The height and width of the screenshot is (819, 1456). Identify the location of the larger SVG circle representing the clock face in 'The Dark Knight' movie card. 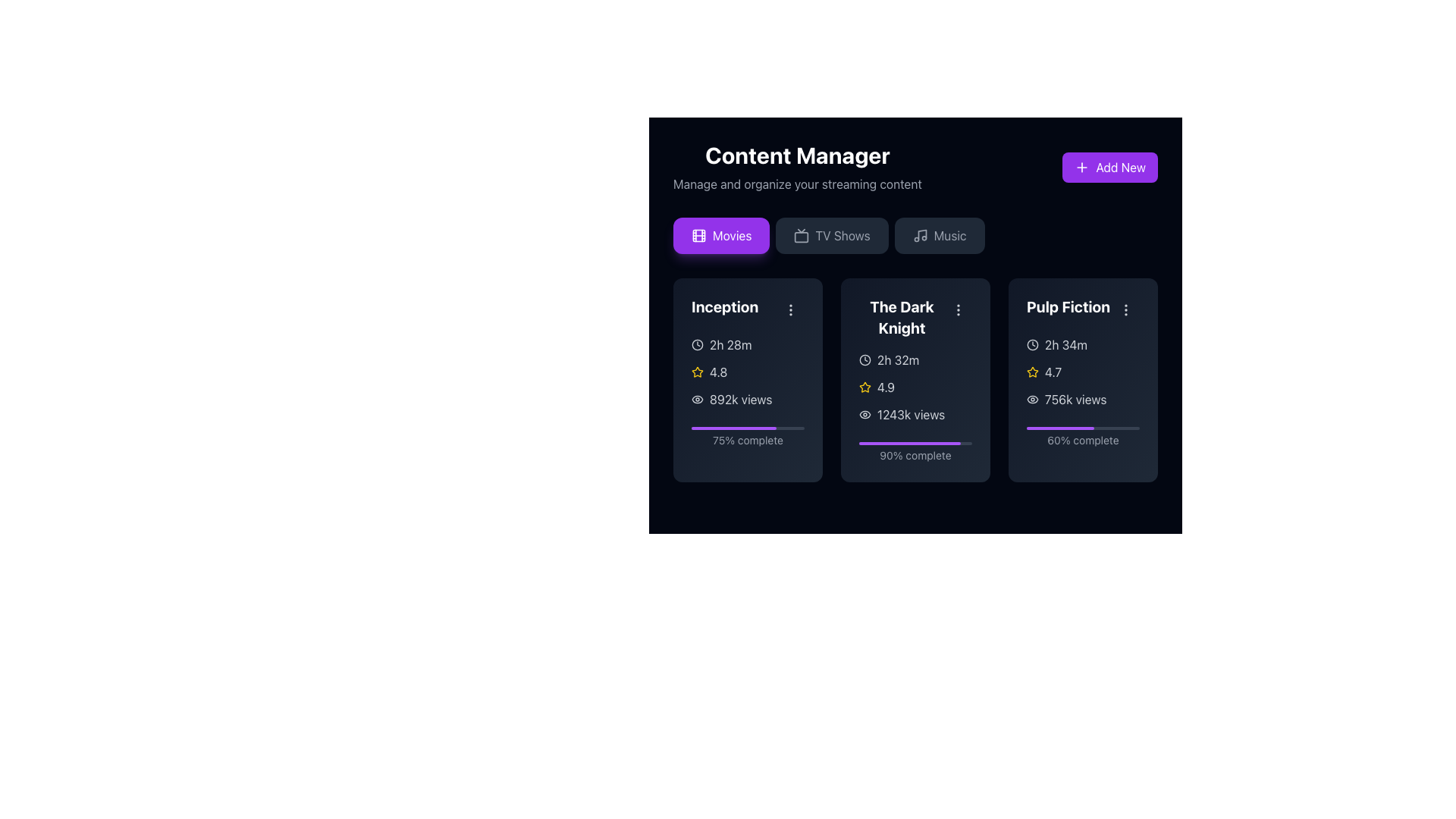
(865, 359).